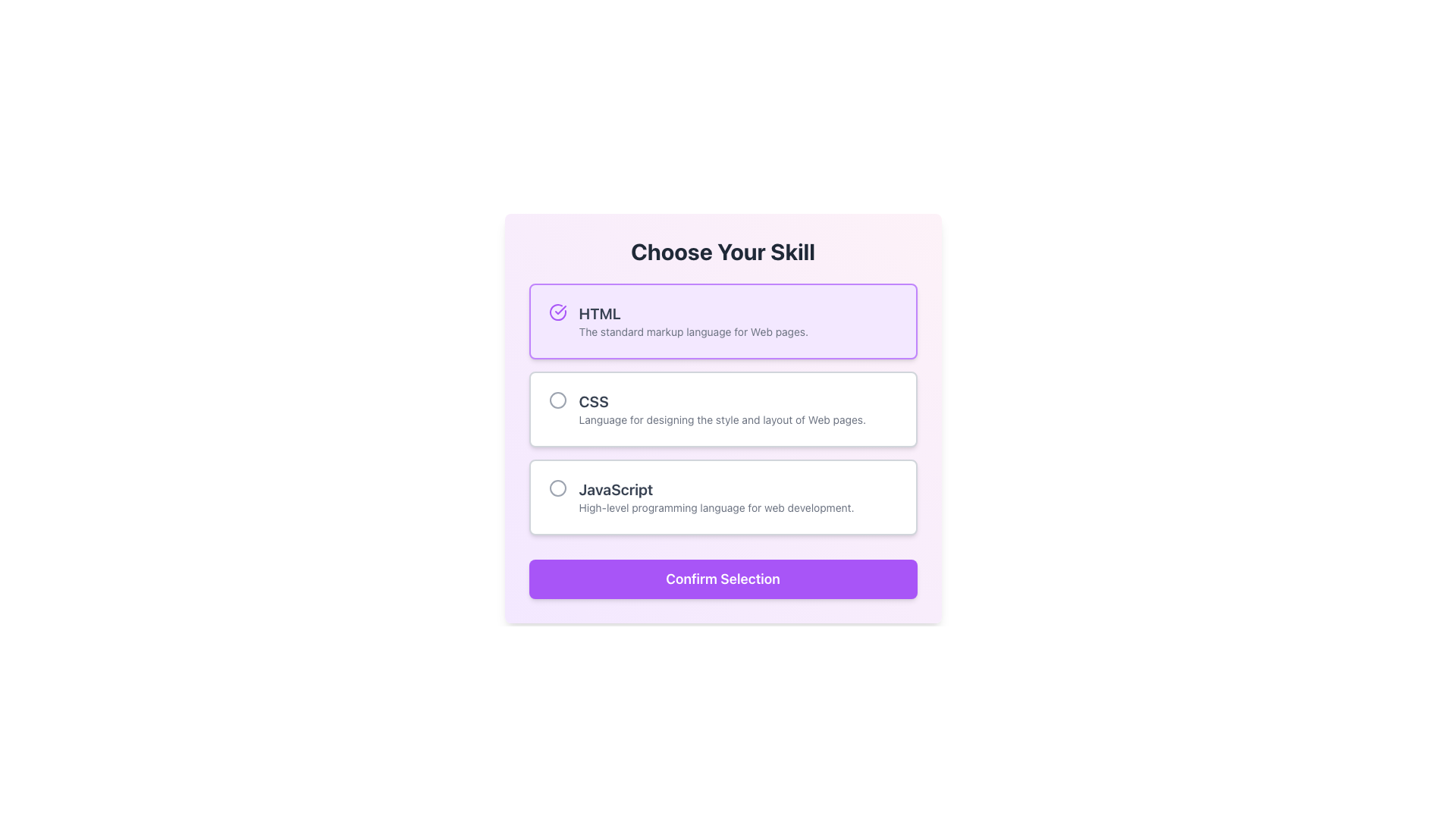 The width and height of the screenshot is (1456, 819). Describe the element at coordinates (692, 331) in the screenshot. I see `the text label that contains the description 'The standard markup language for Web pages.' located below the heading 'HTML' in the skill options section` at that location.